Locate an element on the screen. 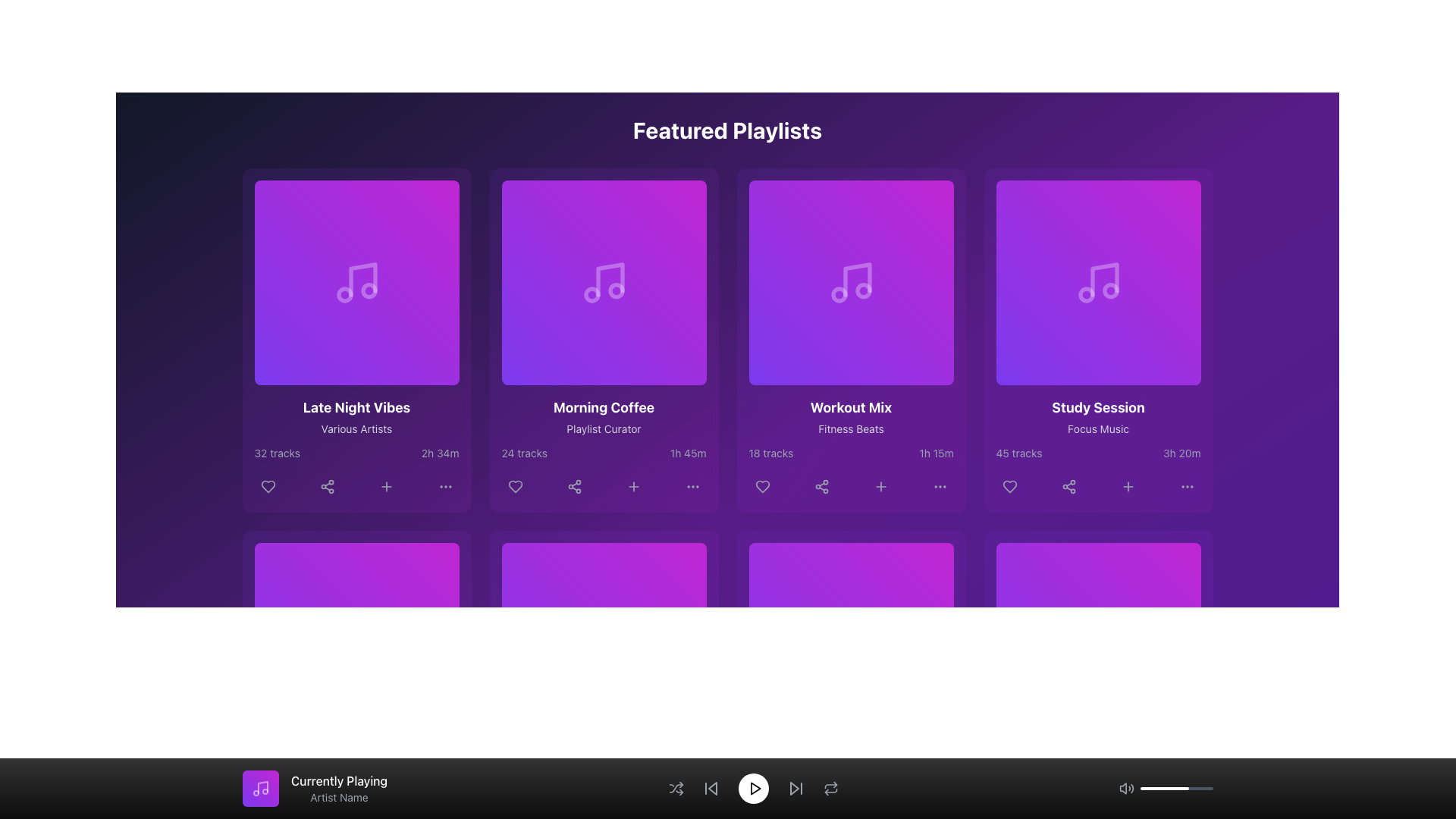  the circular play button with a translucent white background and a white play icon to play the 'Morning Coffee' playlist is located at coordinates (603, 283).